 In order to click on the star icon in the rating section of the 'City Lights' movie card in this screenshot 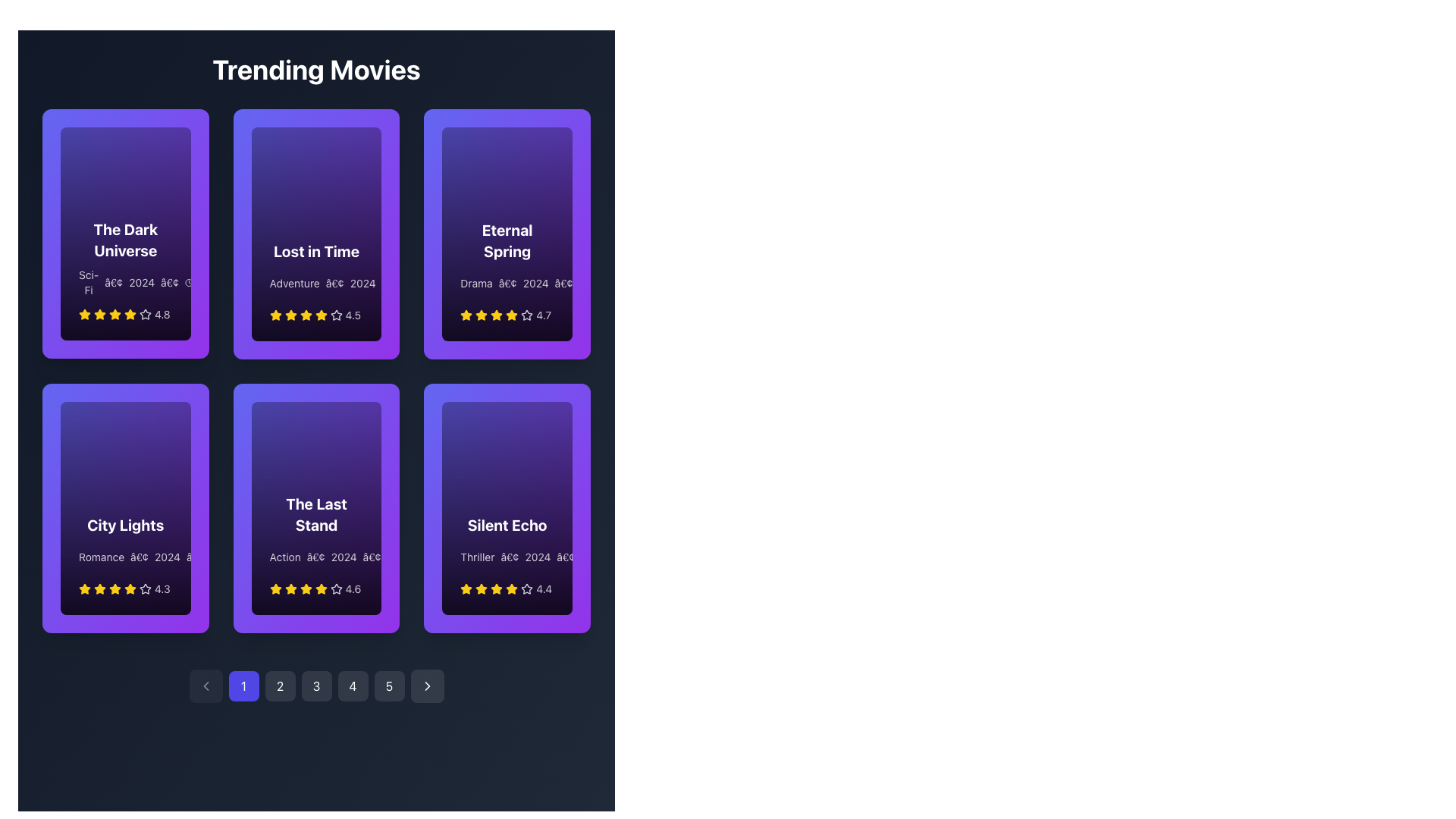, I will do `click(115, 588)`.